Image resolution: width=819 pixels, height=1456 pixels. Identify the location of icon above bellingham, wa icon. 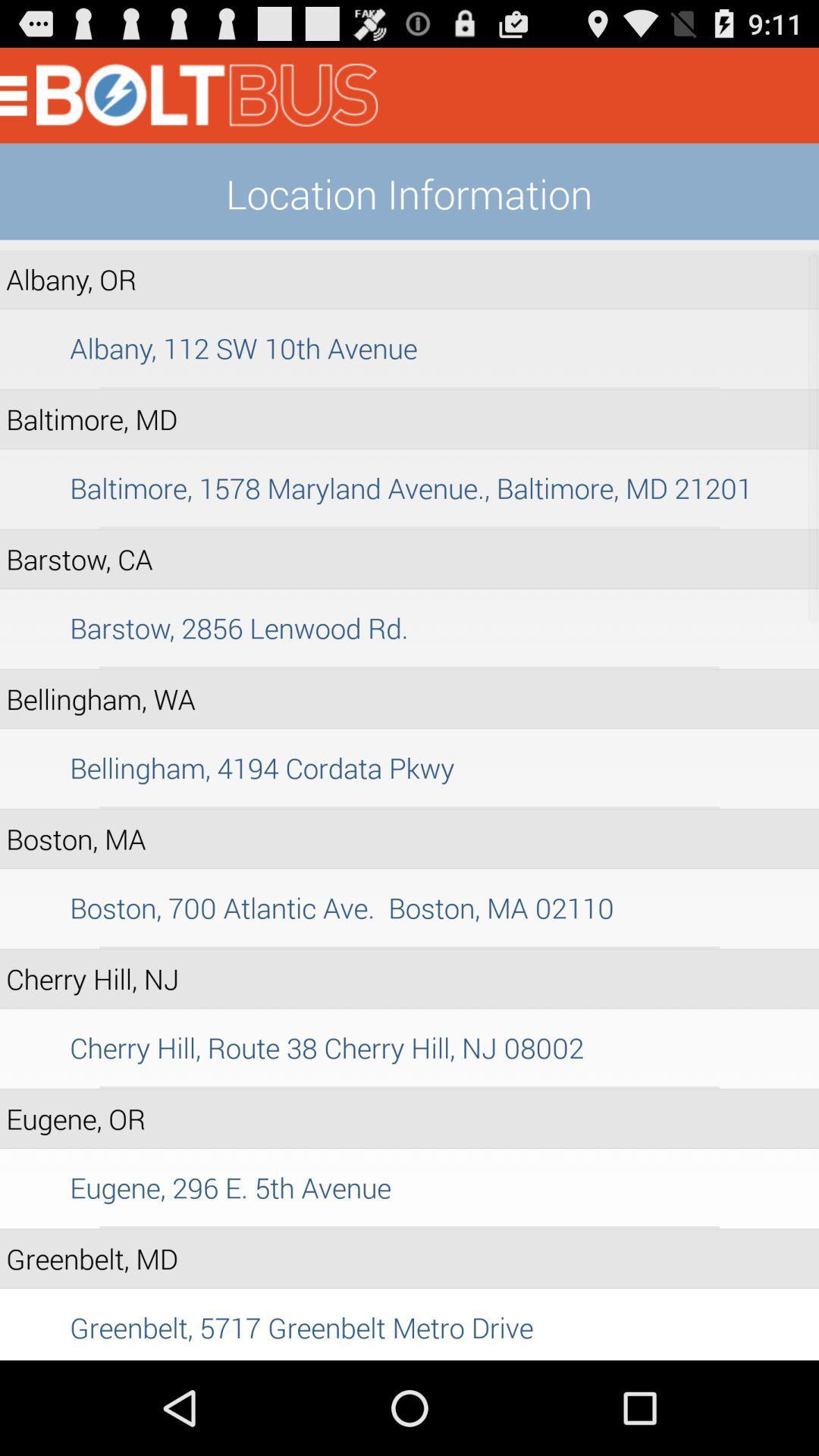
(409, 667).